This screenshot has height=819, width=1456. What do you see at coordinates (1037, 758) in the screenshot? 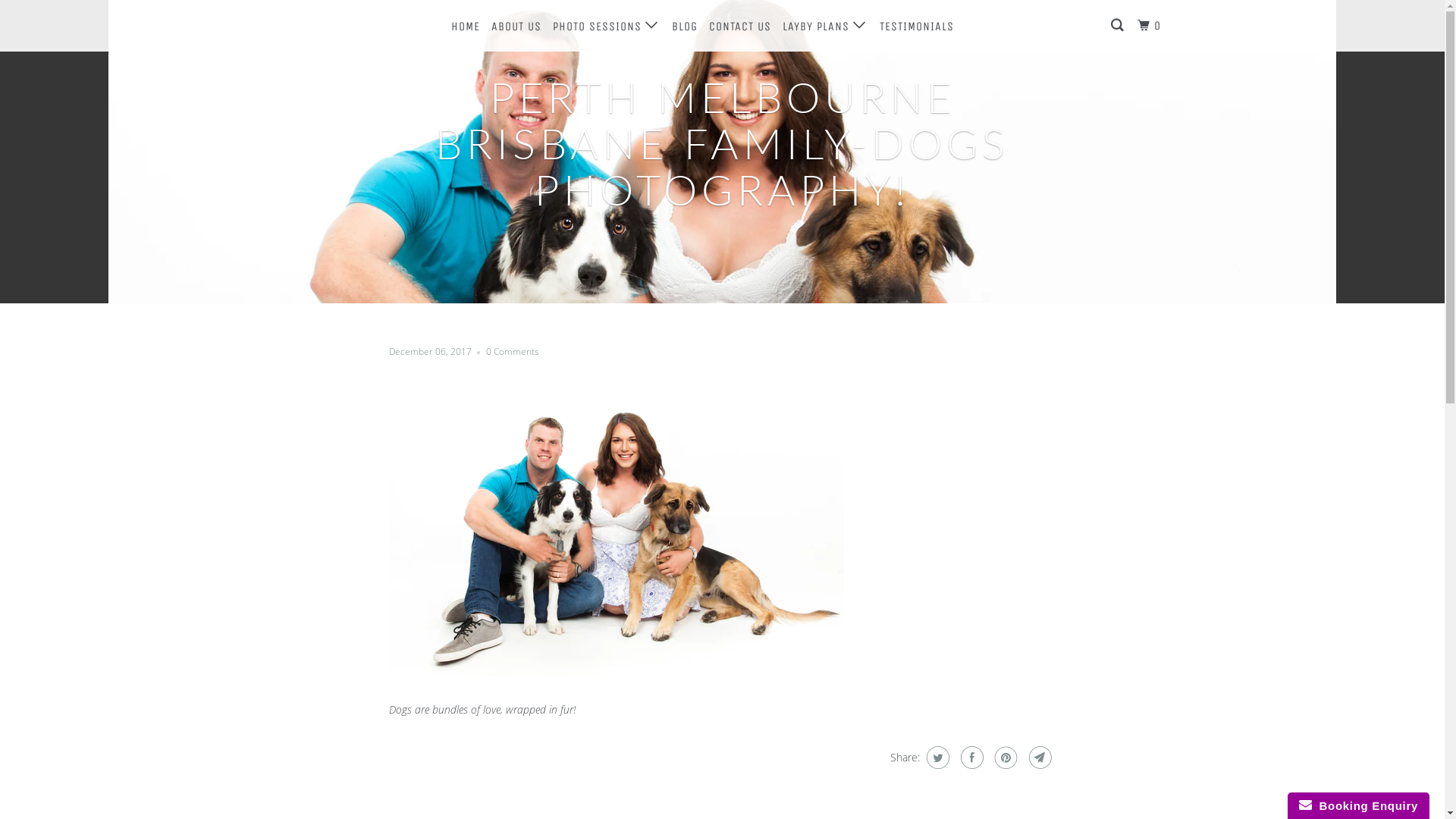
I see `'Email this to a friend'` at bounding box center [1037, 758].